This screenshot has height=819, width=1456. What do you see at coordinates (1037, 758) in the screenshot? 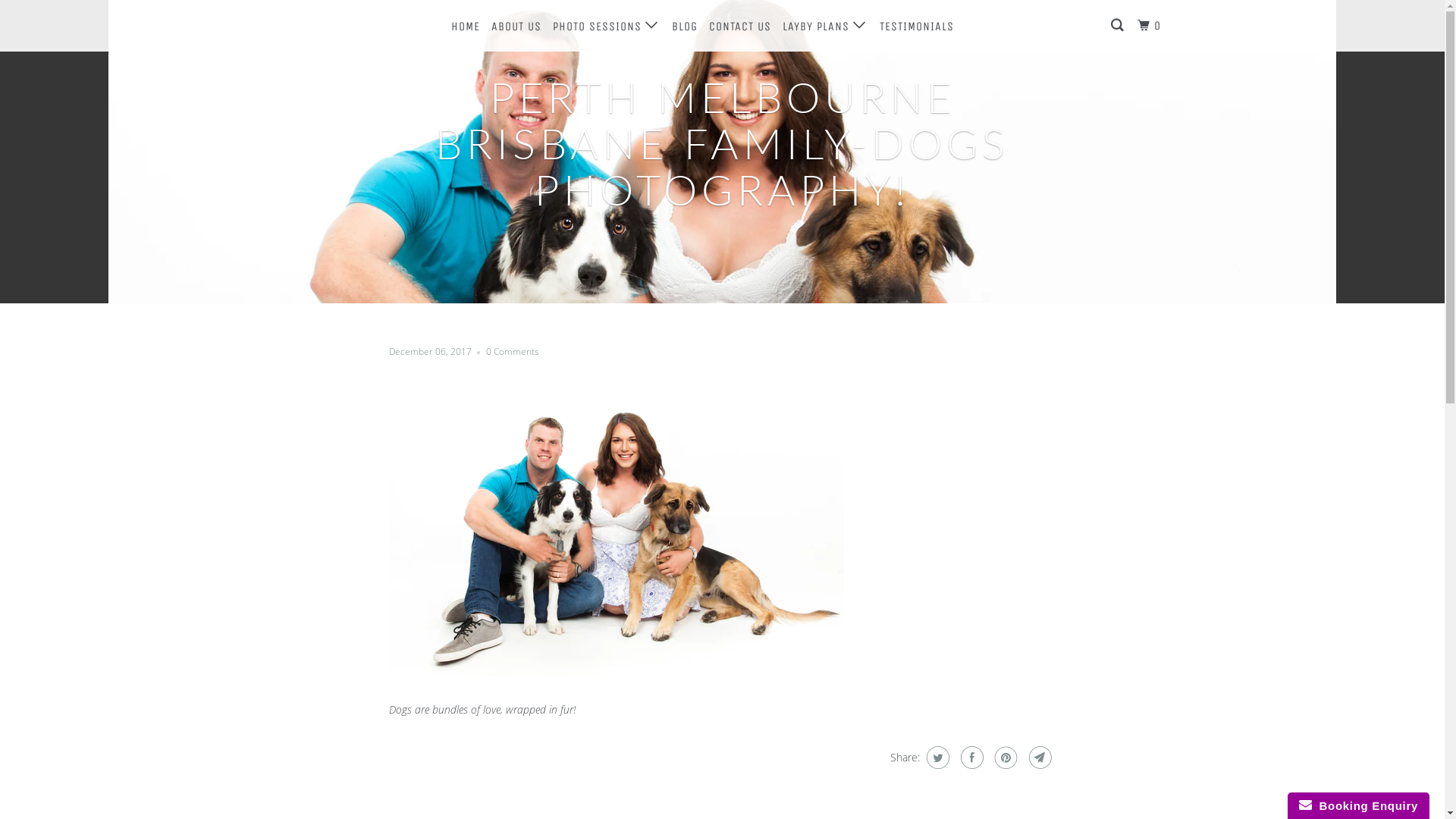
I see `'Email this to a friend'` at bounding box center [1037, 758].